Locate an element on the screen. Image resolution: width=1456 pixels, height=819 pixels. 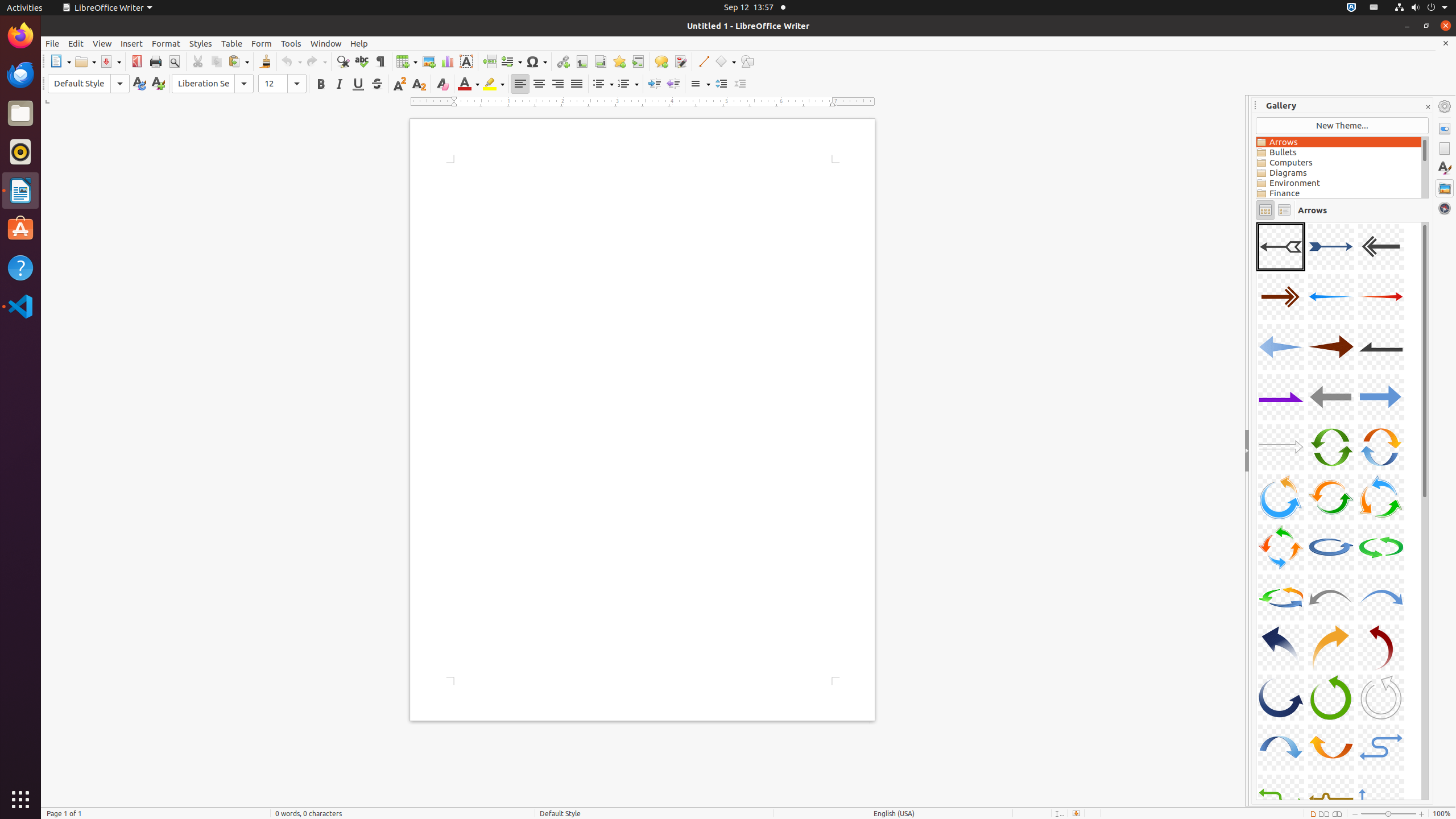
'Symbol' is located at coordinates (536, 61).